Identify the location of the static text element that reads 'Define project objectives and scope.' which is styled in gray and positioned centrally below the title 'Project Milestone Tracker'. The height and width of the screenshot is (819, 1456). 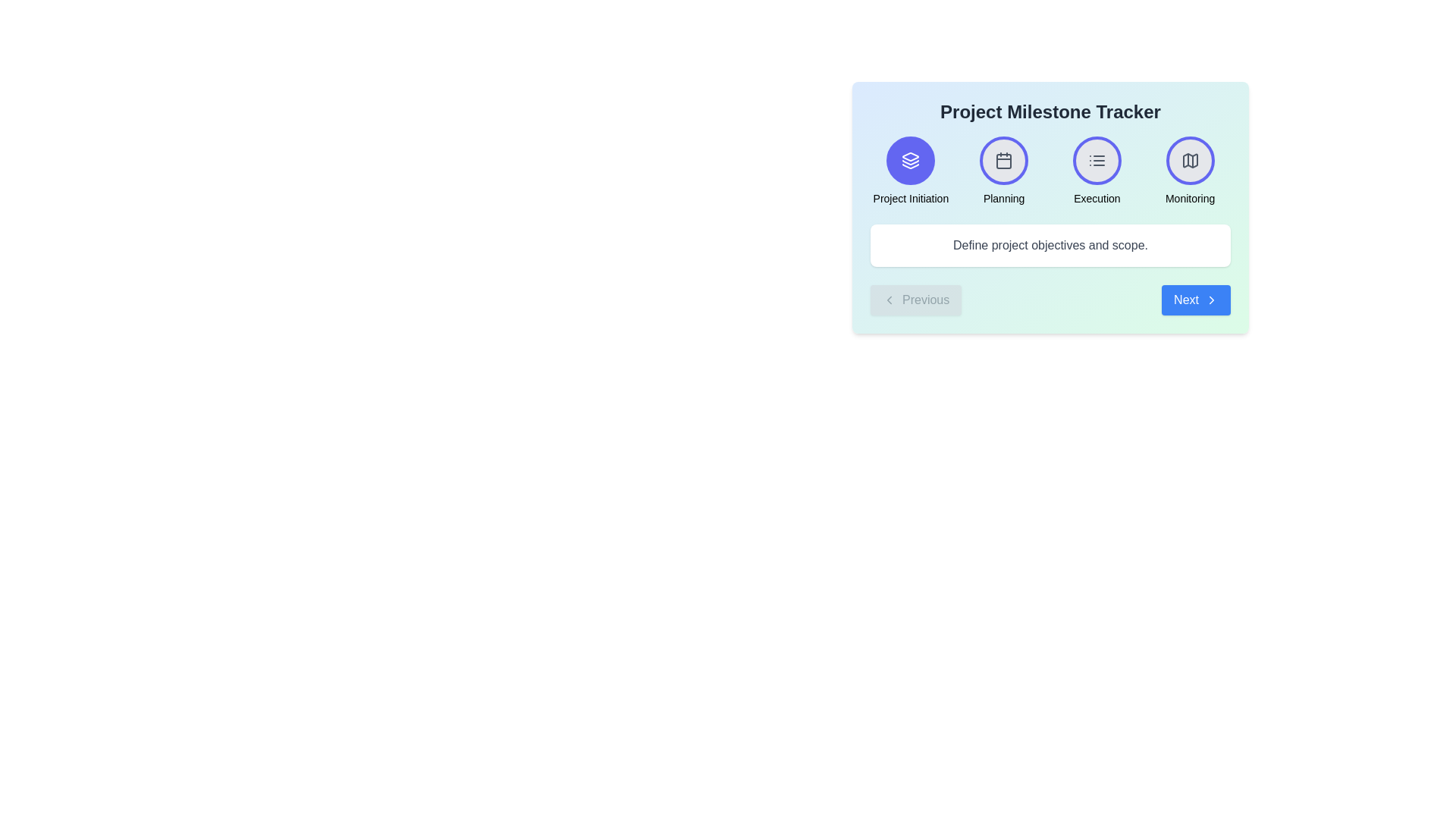
(1050, 245).